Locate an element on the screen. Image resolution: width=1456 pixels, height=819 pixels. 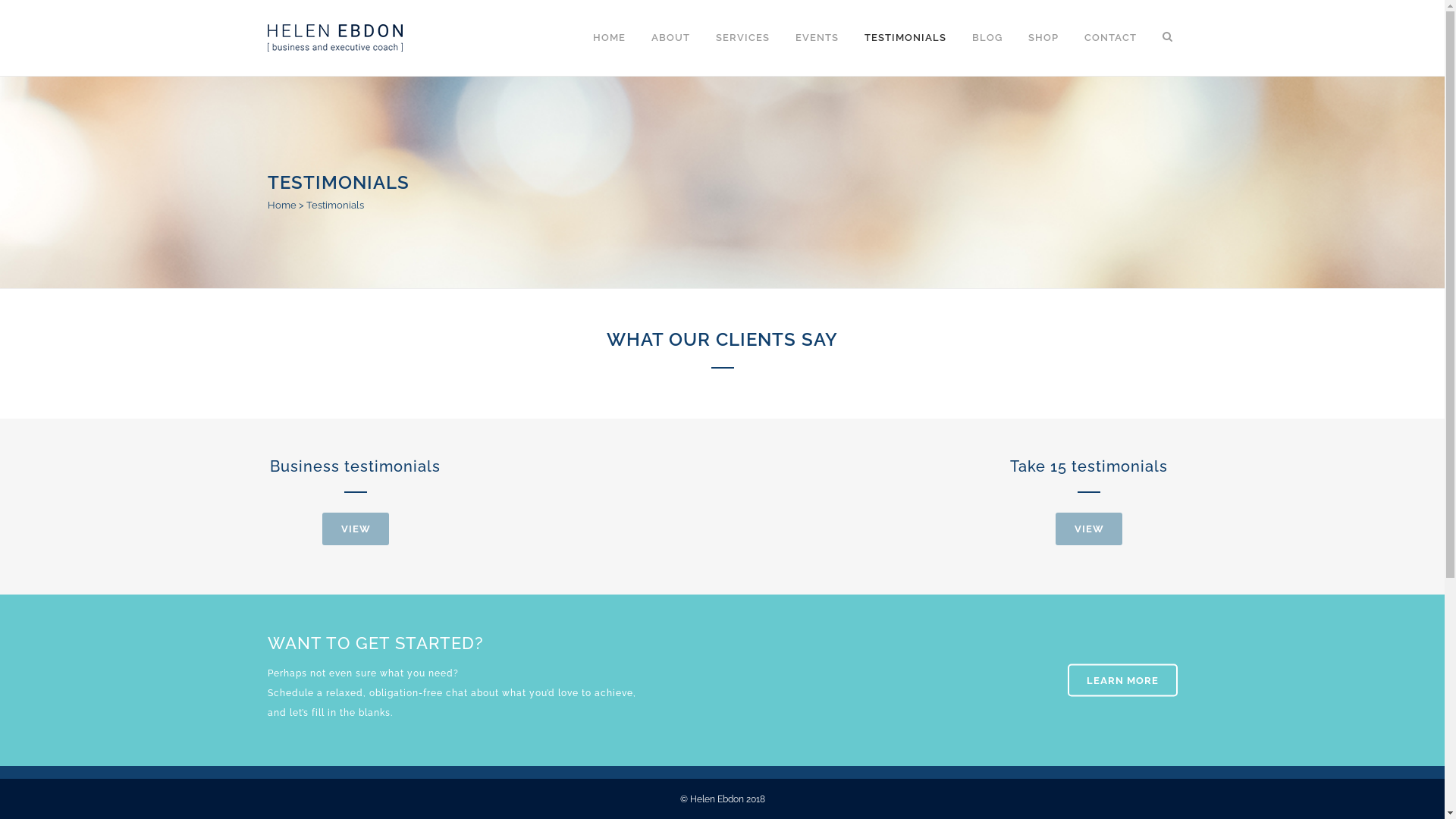
'ABOUT' is located at coordinates (670, 37).